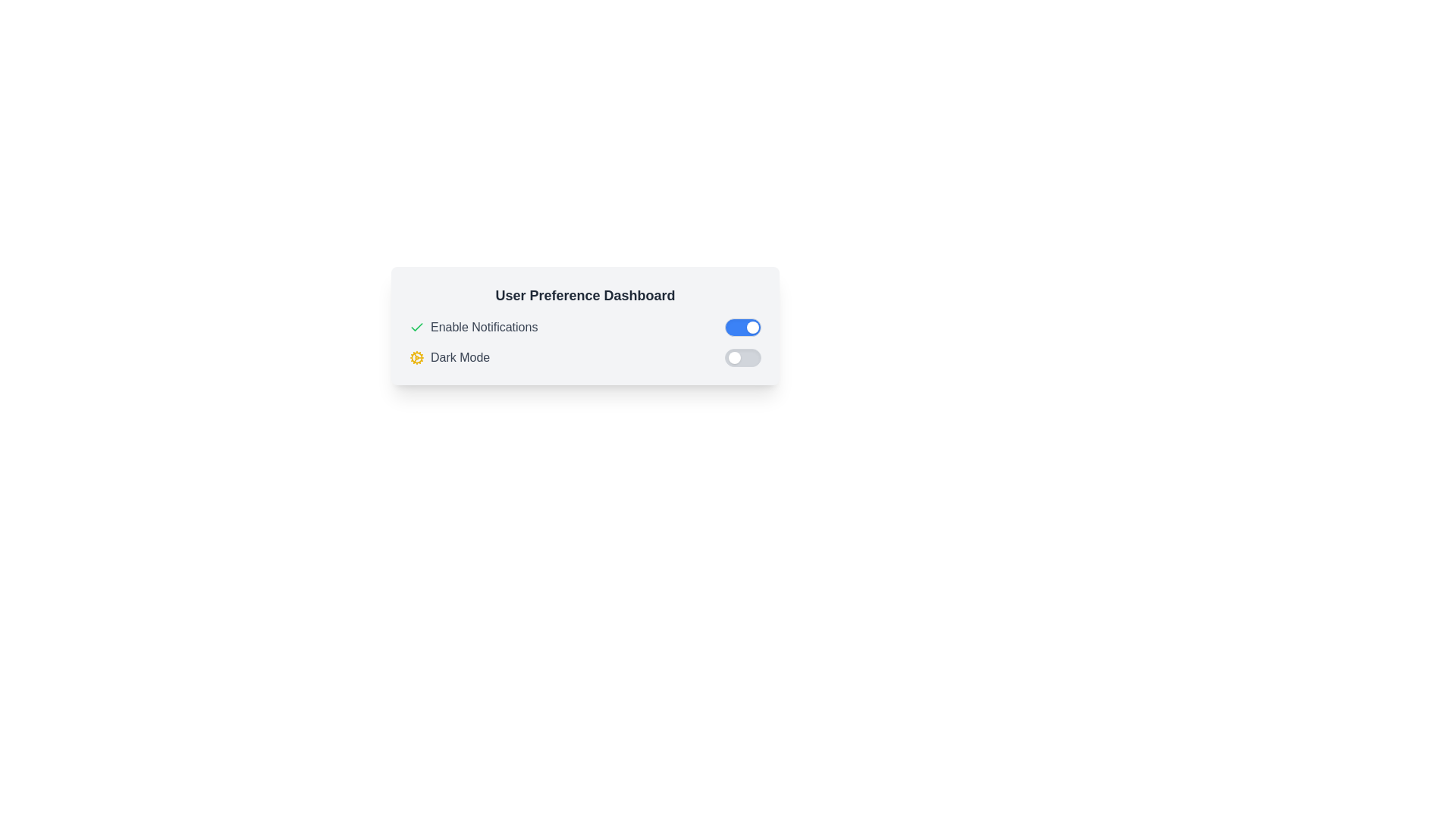 This screenshot has height=819, width=1456. I want to click on the toggle switch that enables or disables notifications, located to the far right of the 'Enable Notifications' label in the user preference settings, so click(742, 327).